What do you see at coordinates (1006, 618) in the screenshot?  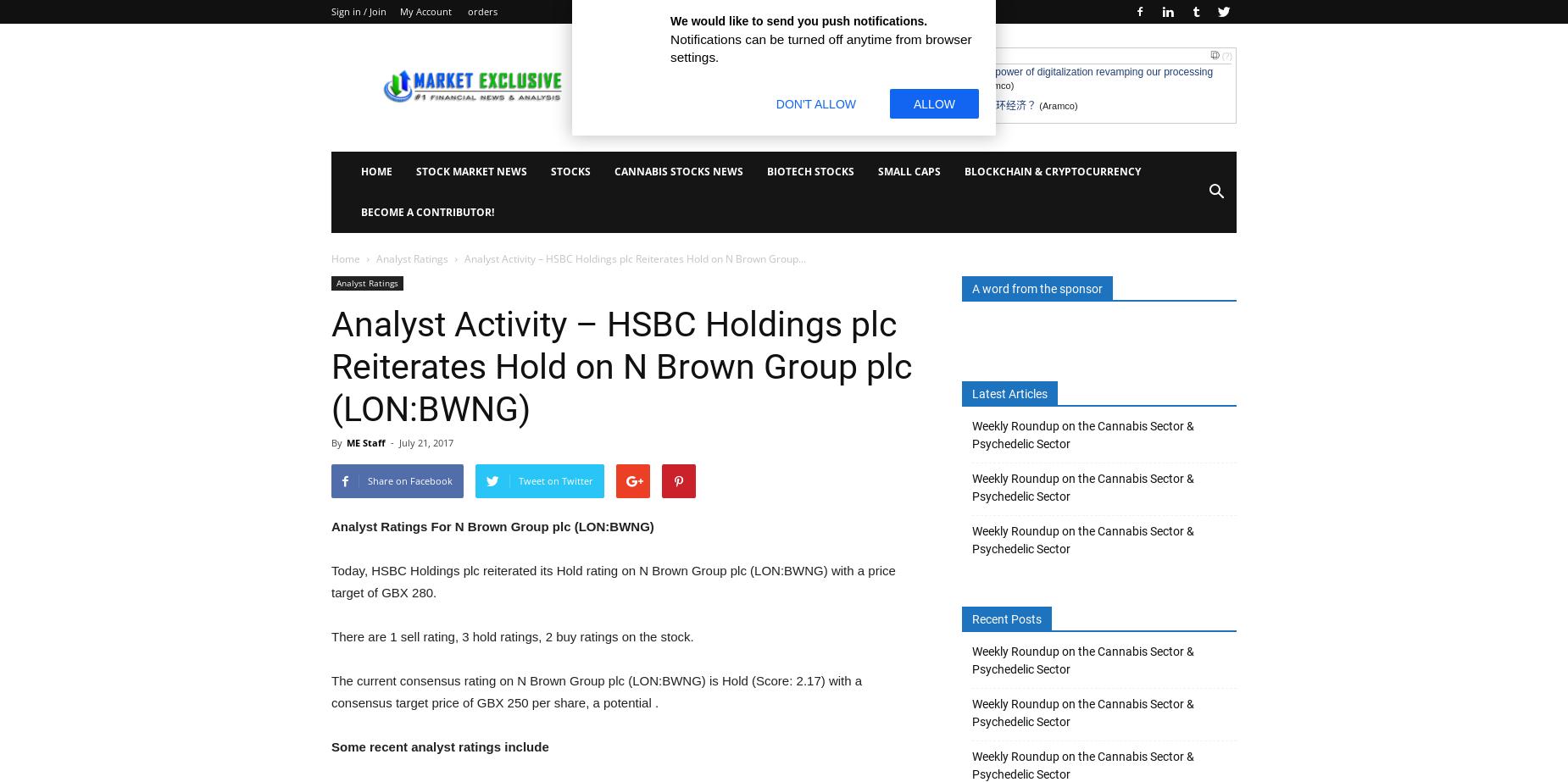 I see `'Recent Posts'` at bounding box center [1006, 618].